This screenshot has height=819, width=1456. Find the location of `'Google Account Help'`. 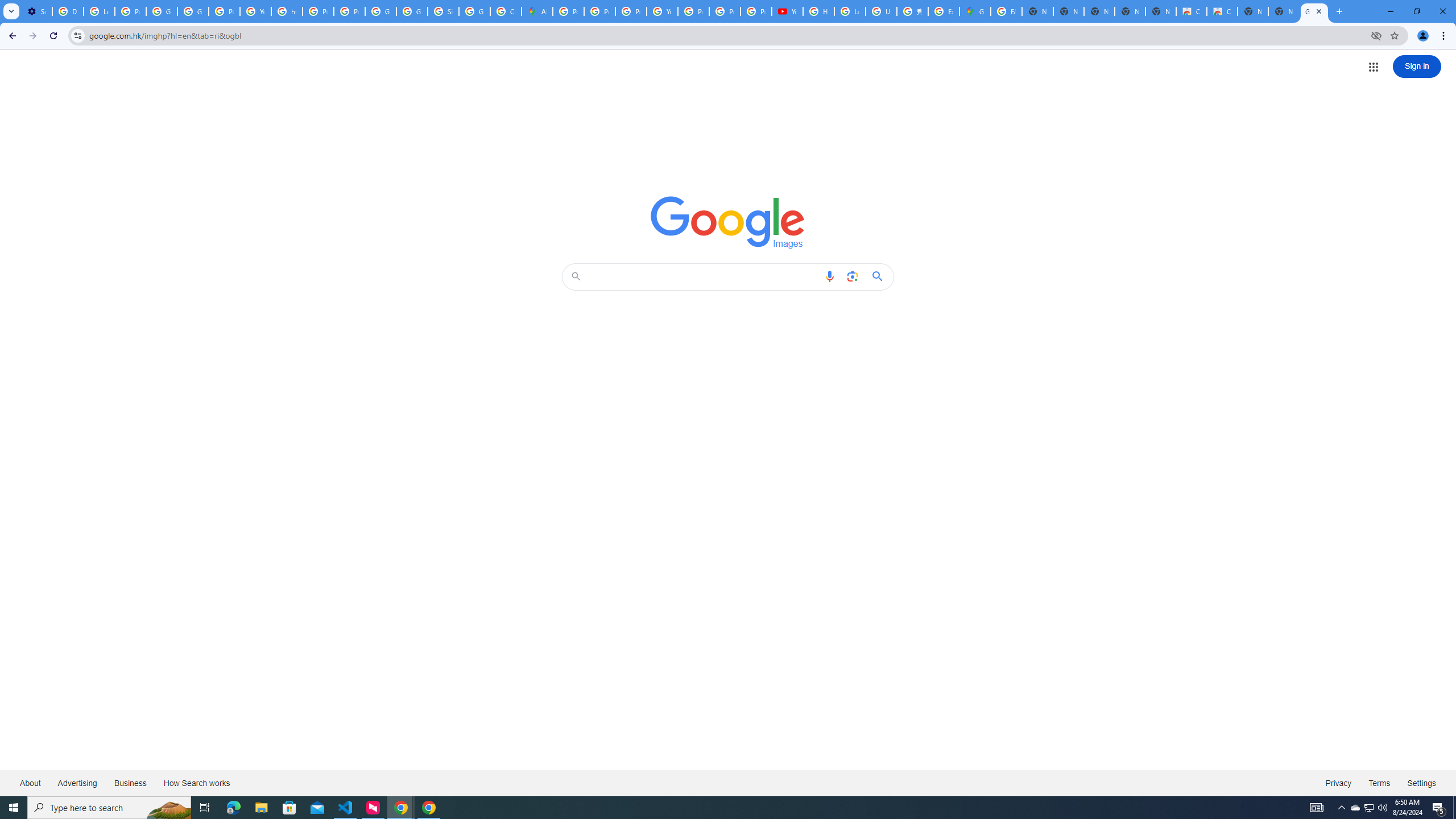

'Google Account Help' is located at coordinates (162, 11).